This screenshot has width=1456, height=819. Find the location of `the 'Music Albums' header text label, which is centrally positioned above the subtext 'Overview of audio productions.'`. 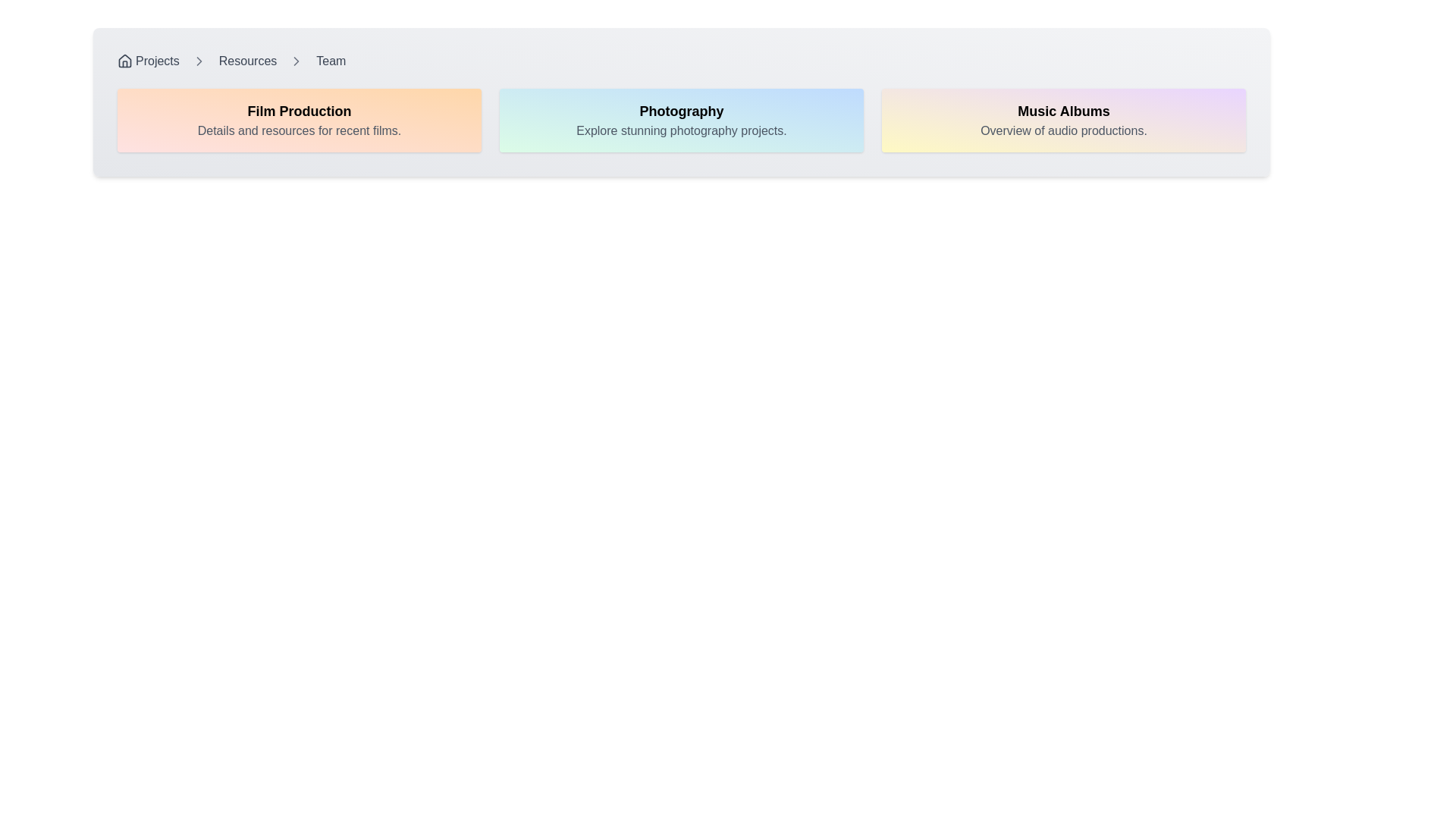

the 'Music Albums' header text label, which is centrally positioned above the subtext 'Overview of audio productions.' is located at coordinates (1062, 110).